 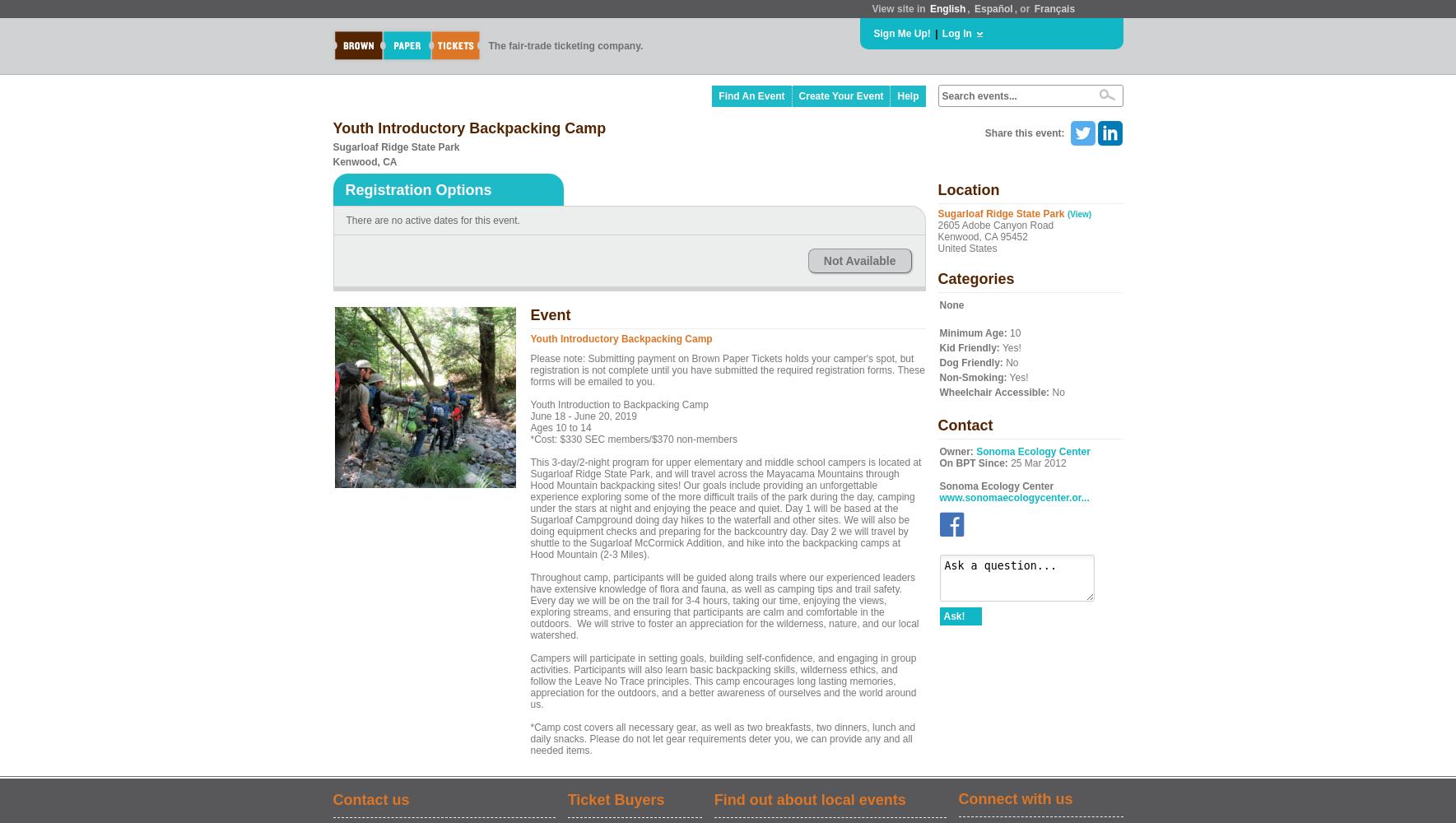 What do you see at coordinates (934, 34) in the screenshot?
I see `'|'` at bounding box center [934, 34].